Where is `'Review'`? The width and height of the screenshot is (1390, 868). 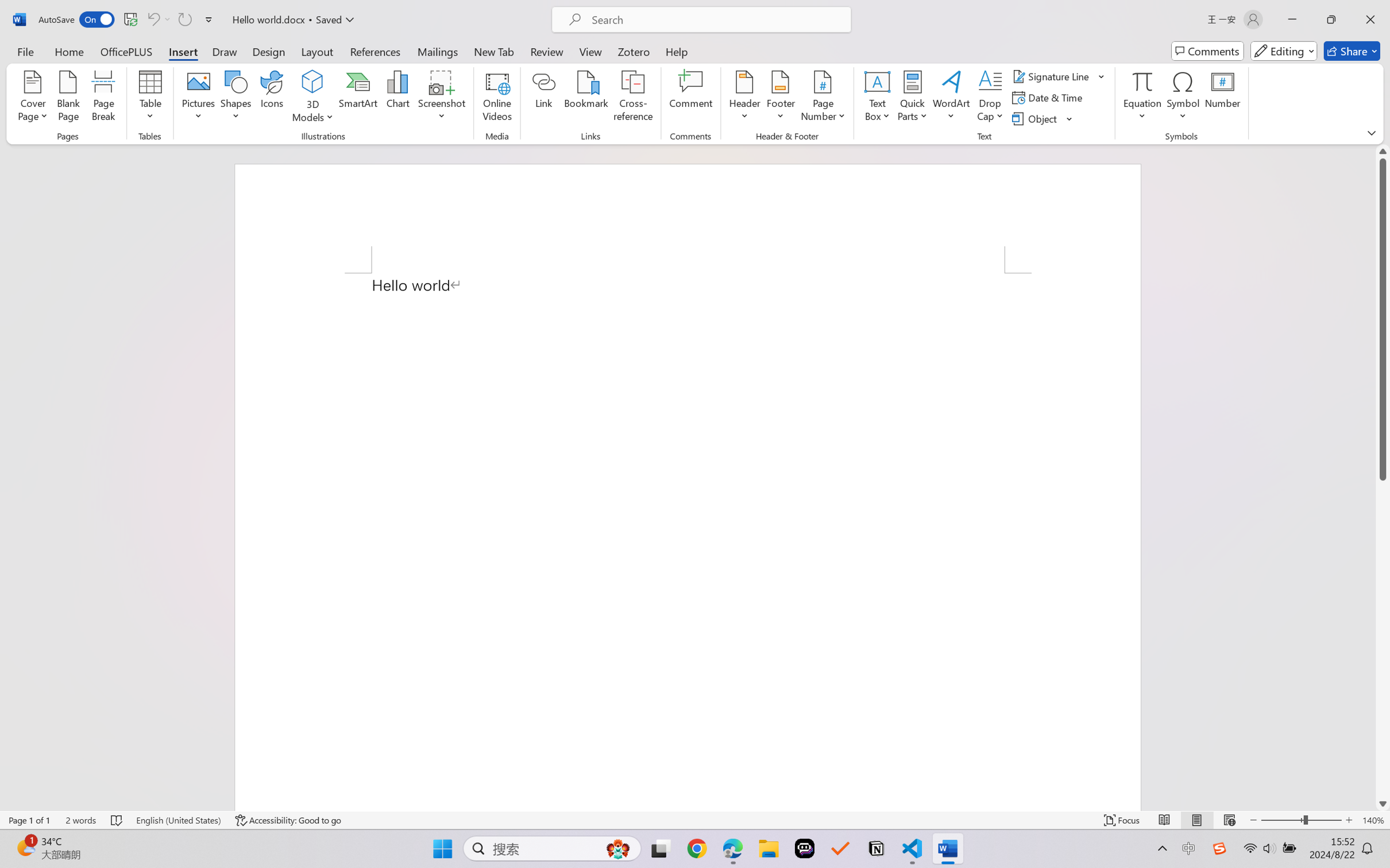 'Review' is located at coordinates (546, 51).